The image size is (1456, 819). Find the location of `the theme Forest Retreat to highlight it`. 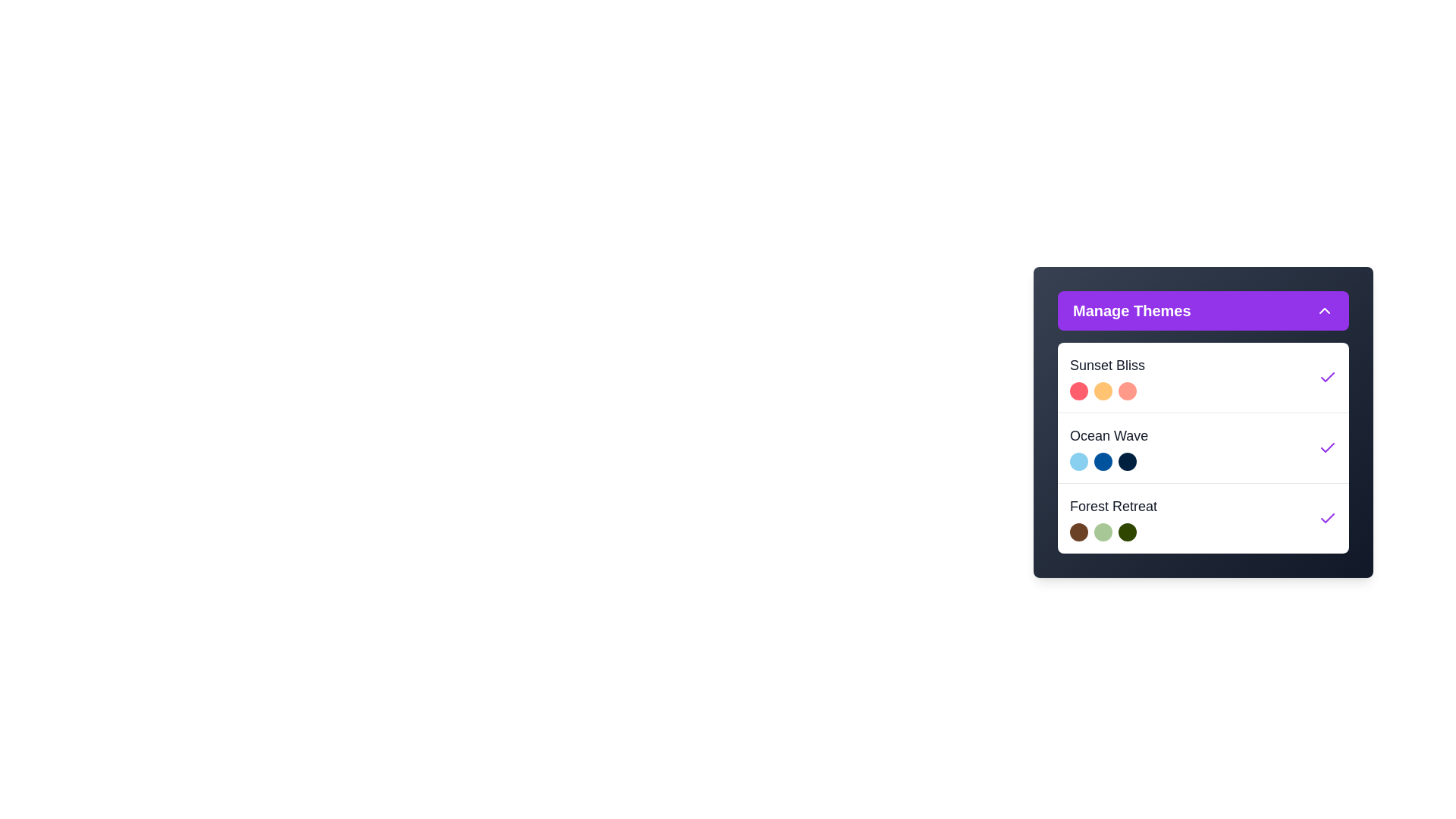

the theme Forest Retreat to highlight it is located at coordinates (1203, 516).